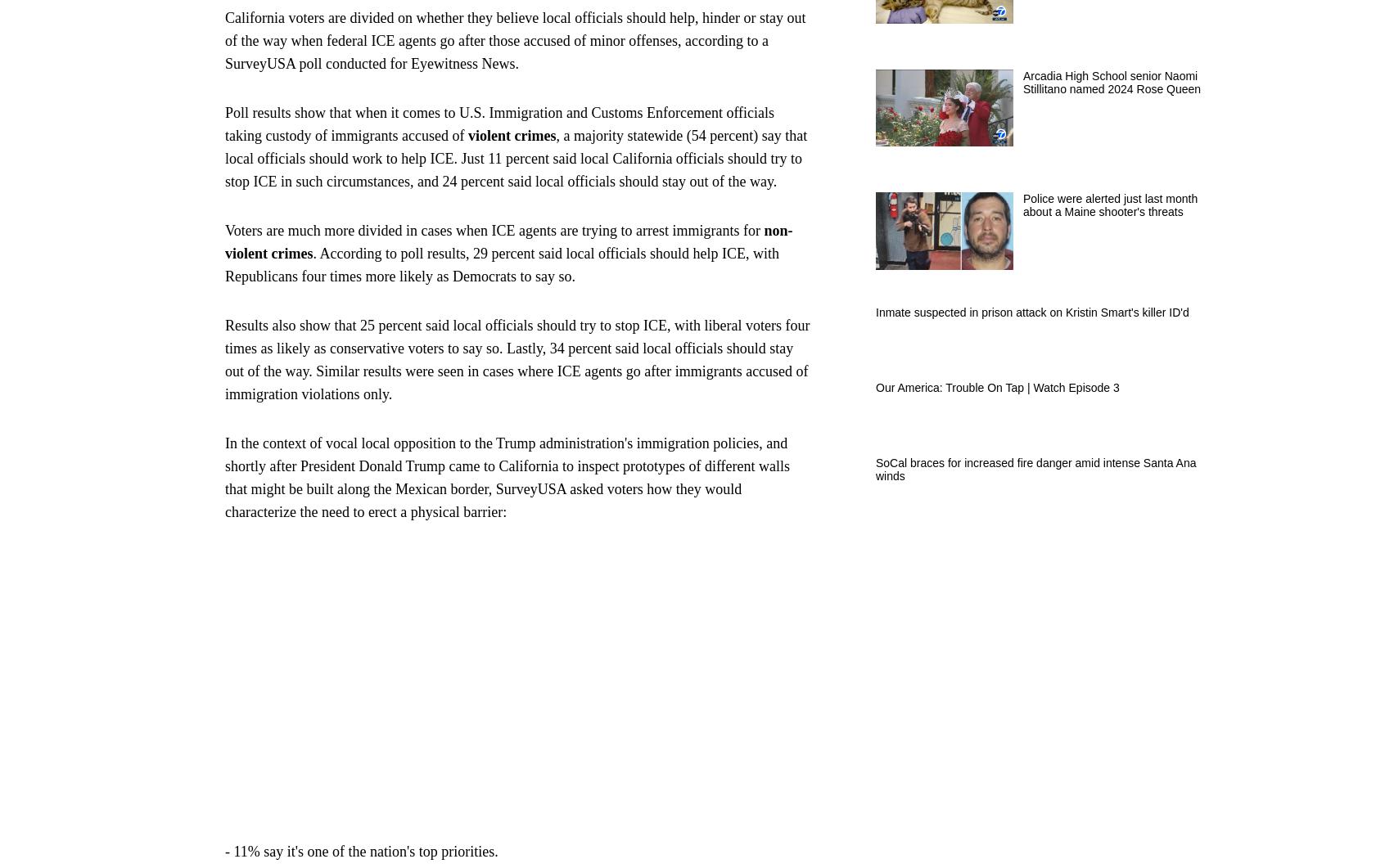  I want to click on ', a majority statewide (54 percent) say that local officials should work to help ICE. Just 11 percent said local California officials should try to stop ICE in such circumstances, and 24 percent said local officials should stay out of the way.', so click(515, 156).